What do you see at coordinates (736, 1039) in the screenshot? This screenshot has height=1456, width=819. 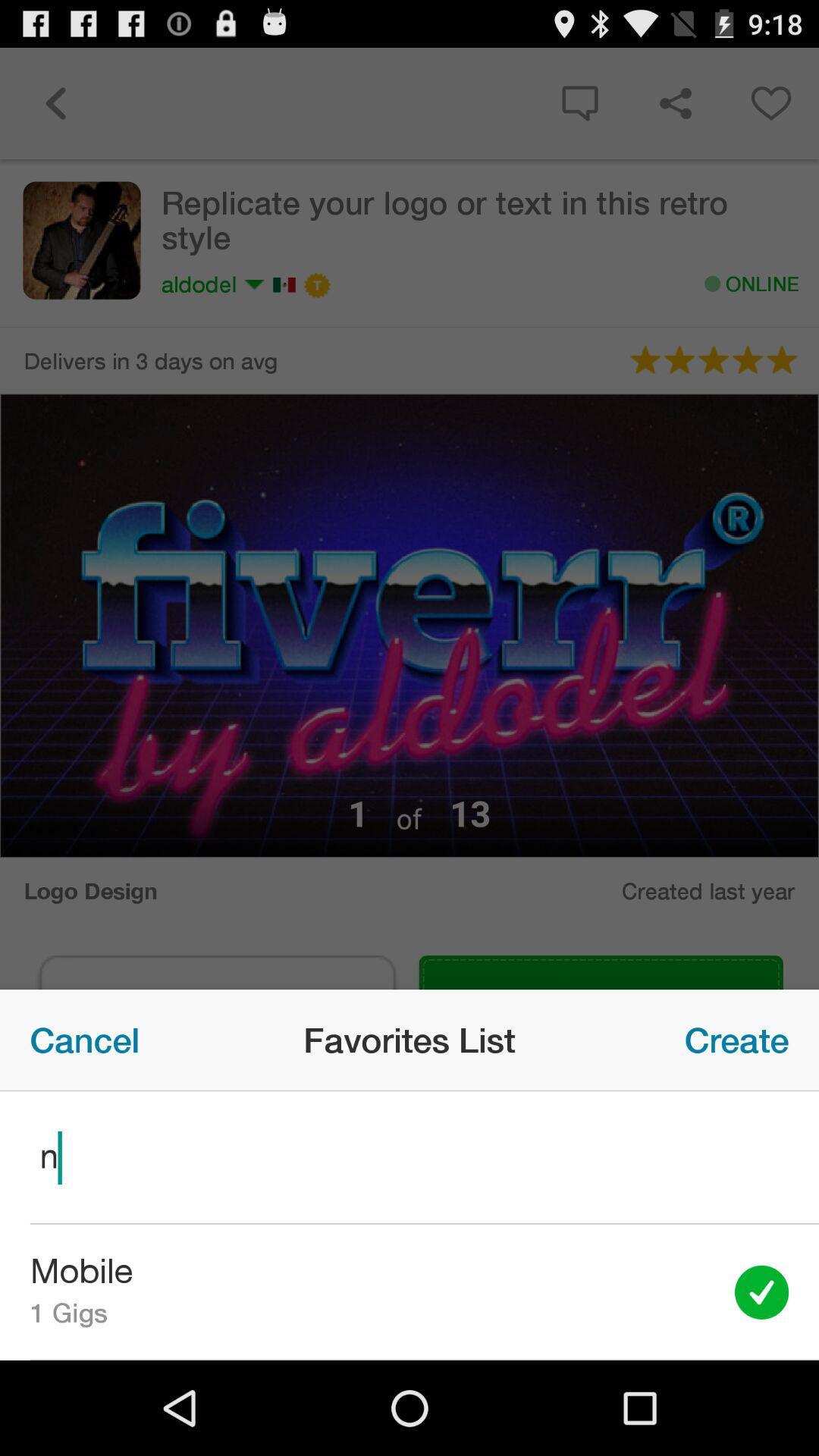 I see `the create item` at bounding box center [736, 1039].